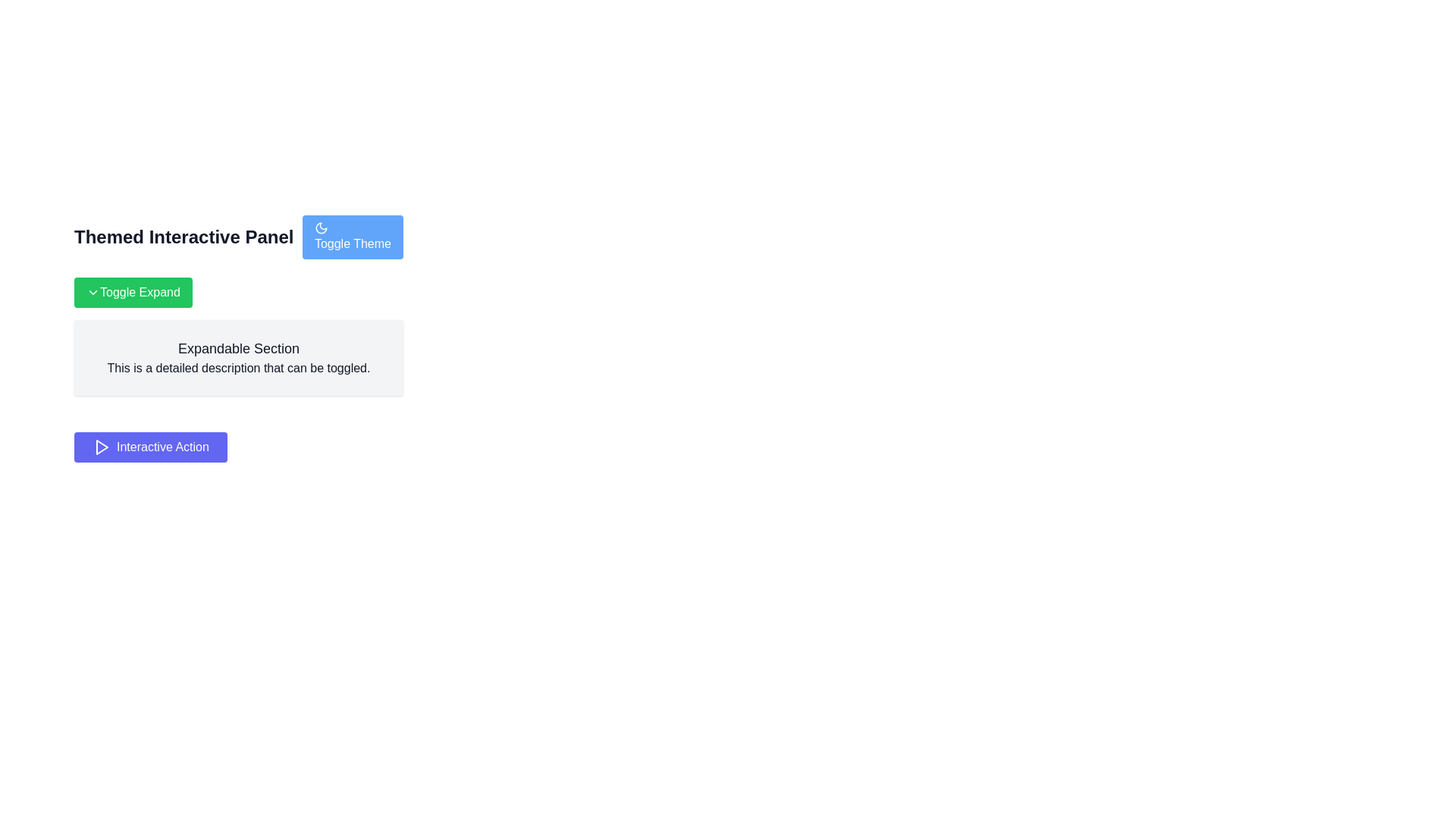 The height and width of the screenshot is (819, 1456). I want to click on the chevron icon inside the 'Toggle Expand' button, so click(93, 292).